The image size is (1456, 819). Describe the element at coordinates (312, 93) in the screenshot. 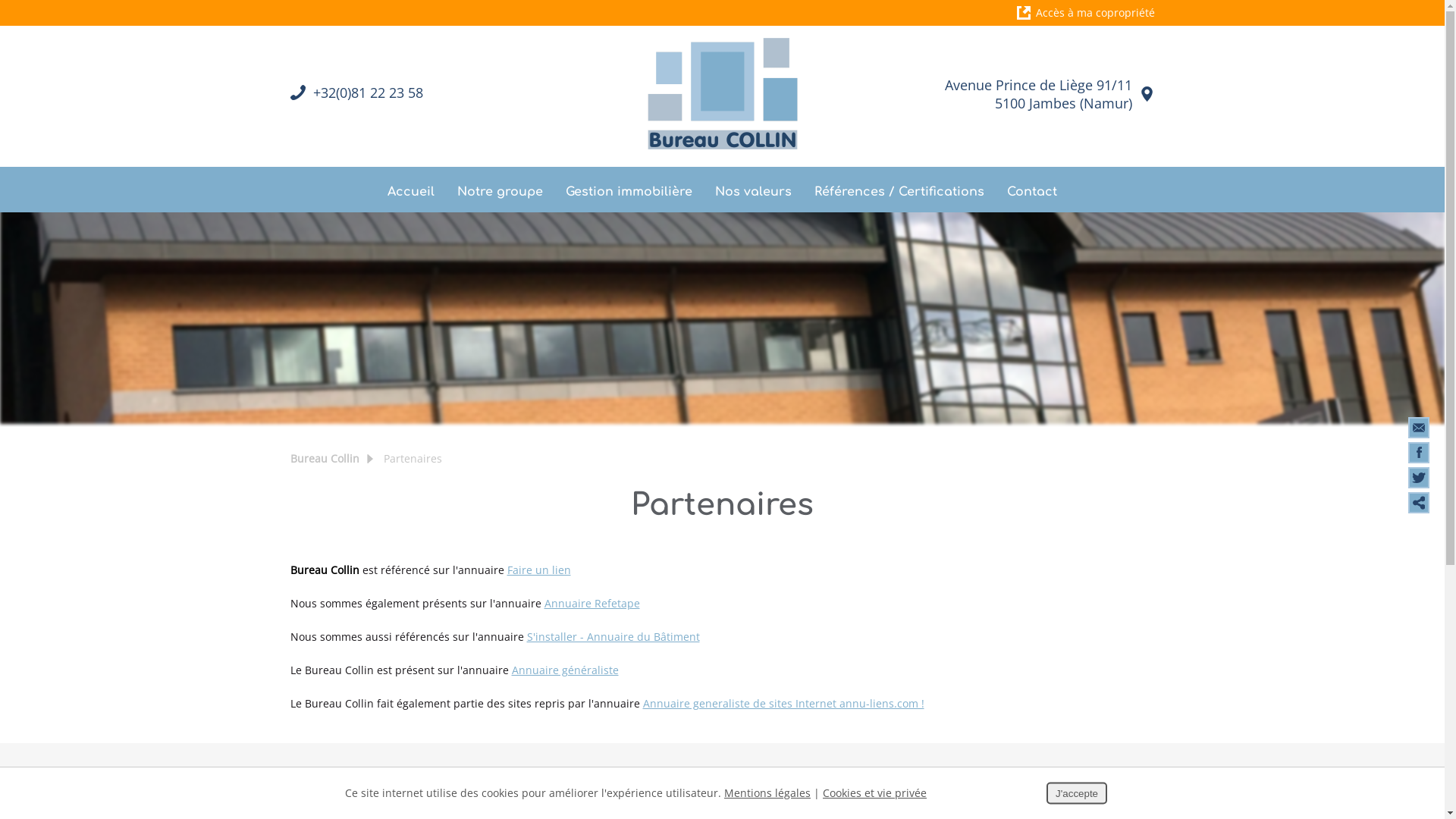

I see `'+32(0)81 22 23 58'` at that location.